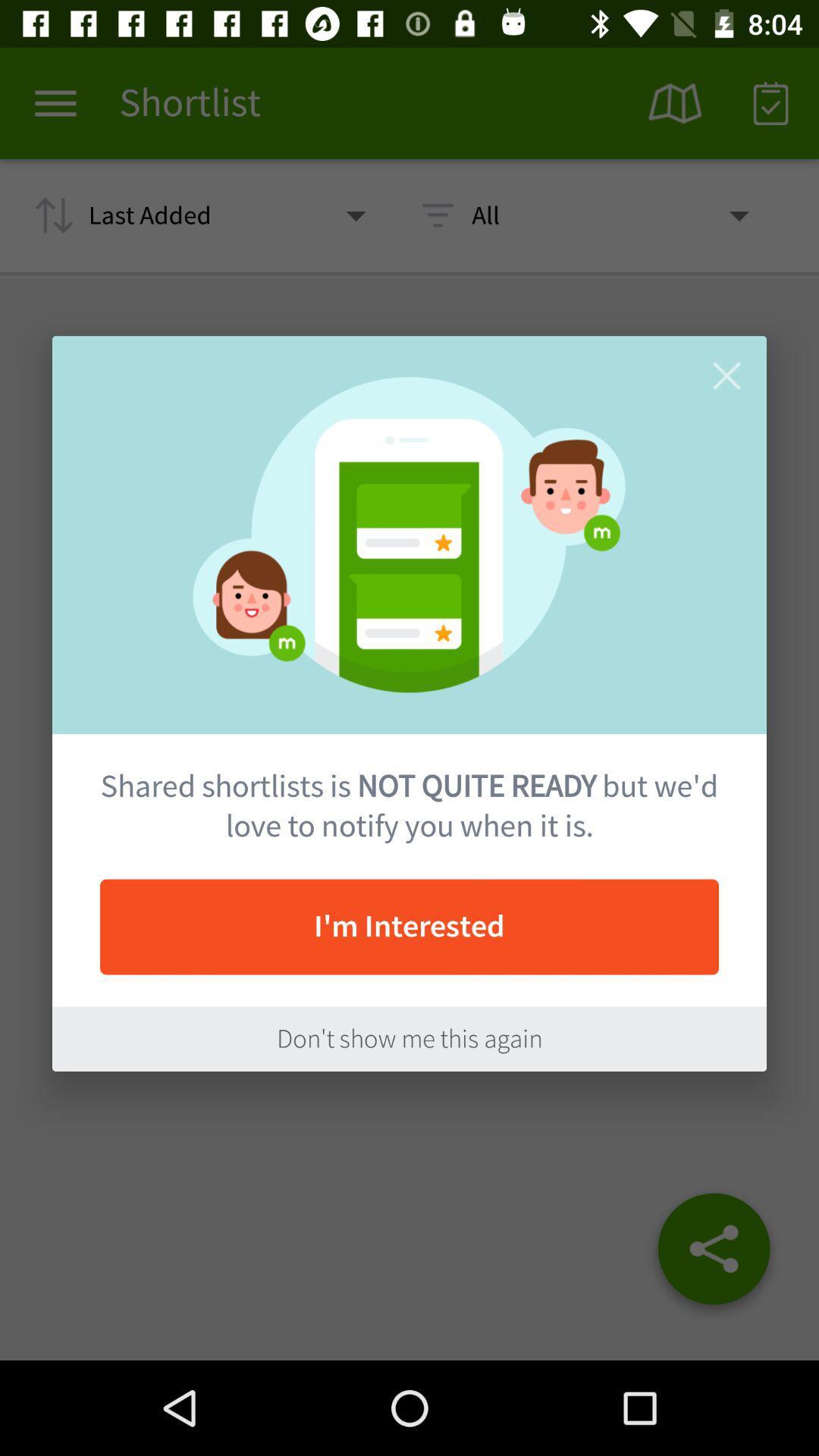  I want to click on the item below i'm interested item, so click(409, 1038).